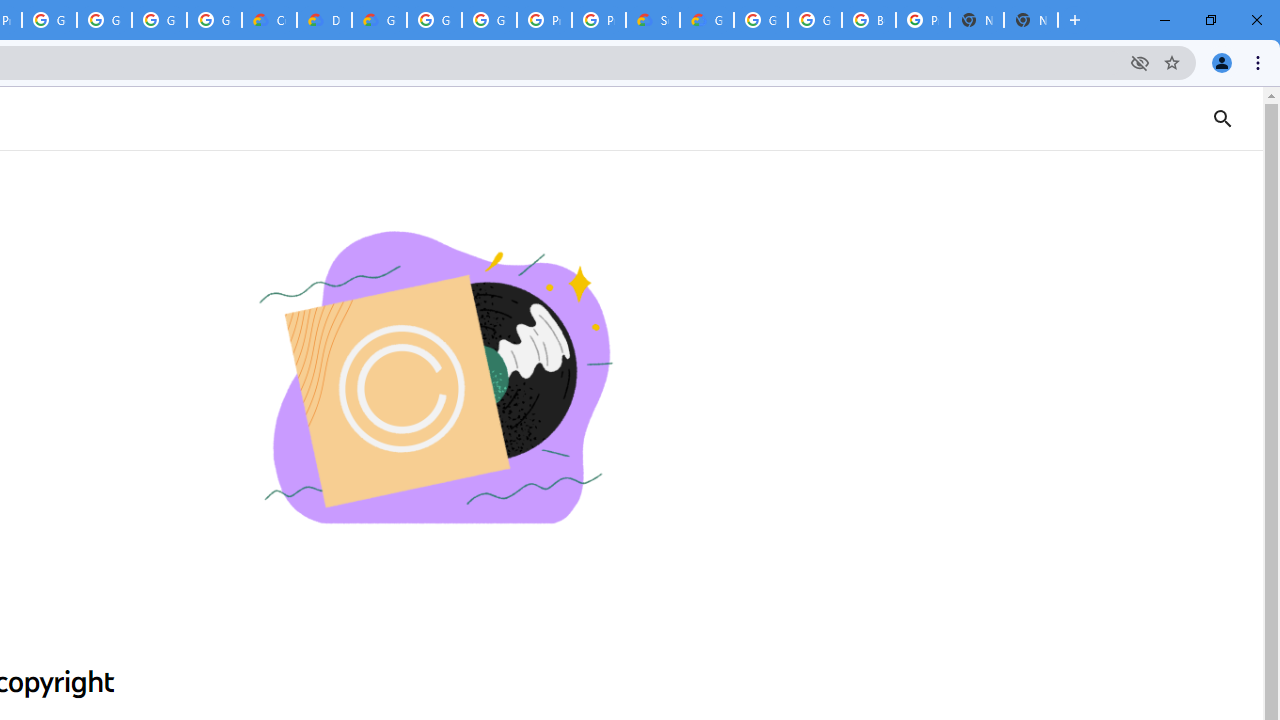 The height and width of the screenshot is (720, 1280). What do you see at coordinates (1031, 20) in the screenshot?
I see `'New Tab'` at bounding box center [1031, 20].